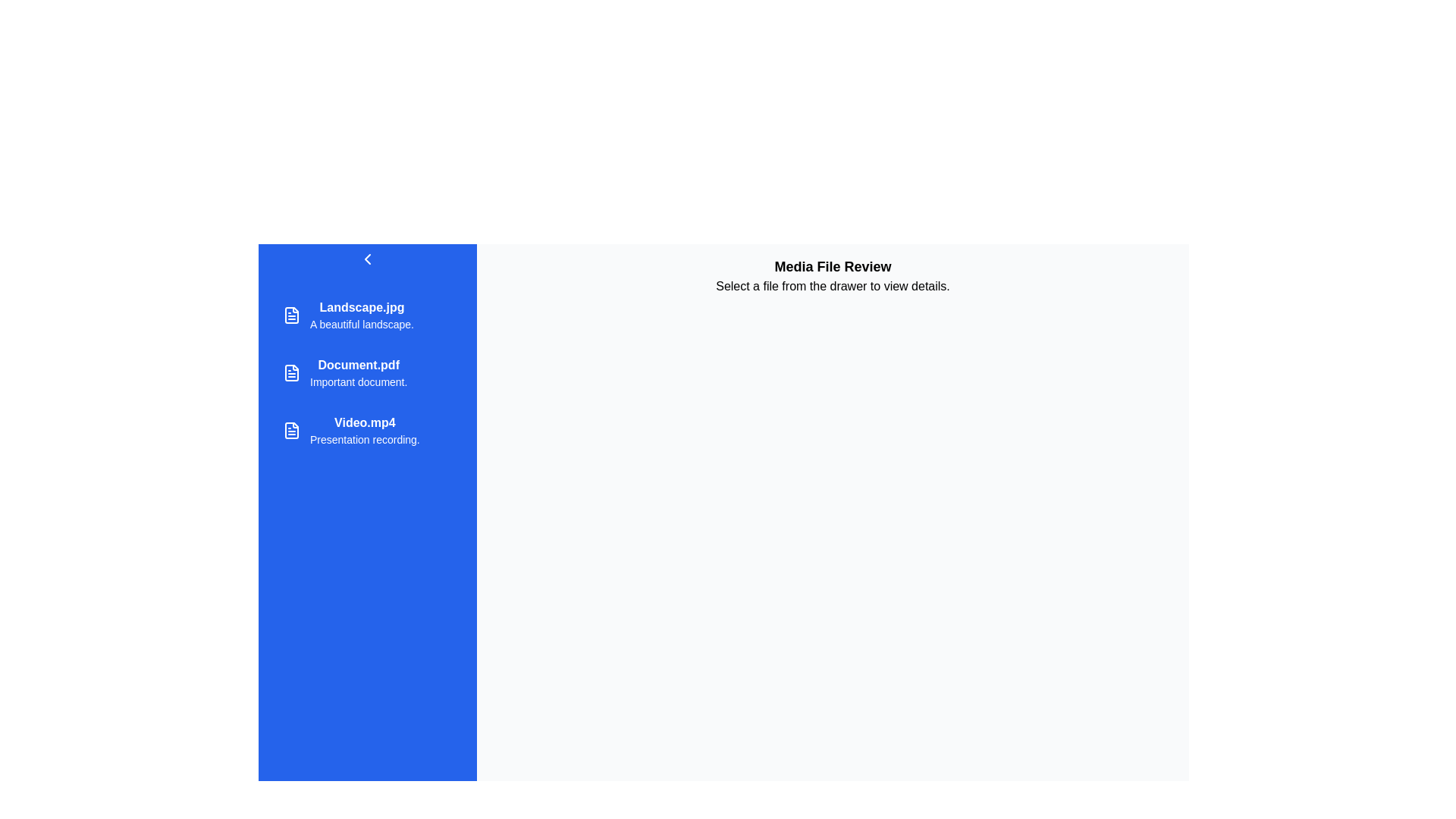 The height and width of the screenshot is (819, 1456). What do you see at coordinates (367, 315) in the screenshot?
I see `to select the file entry for 'Landscape.jpg', which is the first item in the vertical list of file items on the left sidebar` at bounding box center [367, 315].